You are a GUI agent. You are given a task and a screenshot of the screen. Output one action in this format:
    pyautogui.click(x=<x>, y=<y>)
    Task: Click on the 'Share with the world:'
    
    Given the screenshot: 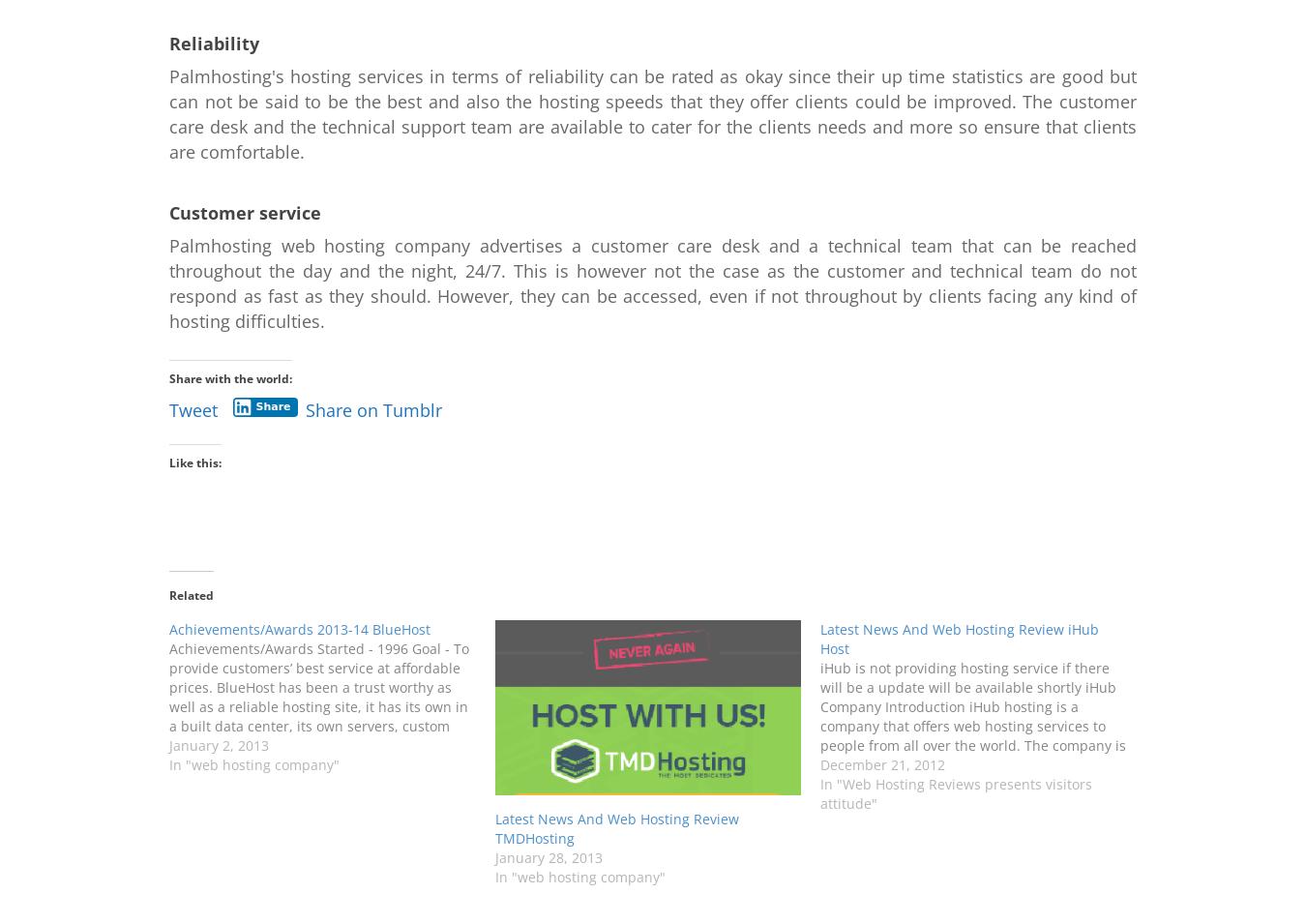 What is the action you would take?
    pyautogui.click(x=229, y=377)
    